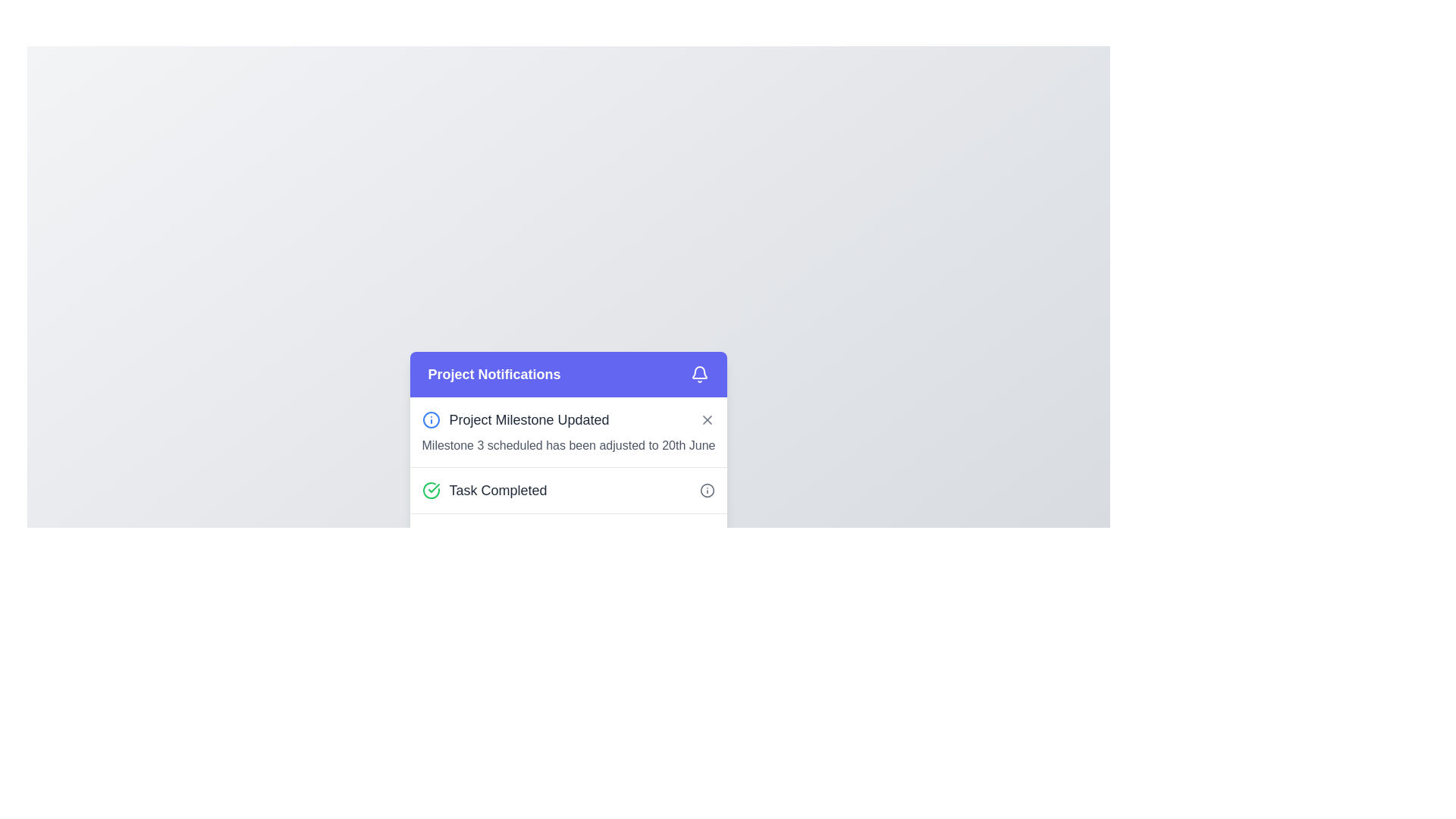  What do you see at coordinates (567, 490) in the screenshot?
I see `the notification indicating task completion located in the 'Project Notifications' panel, which is the second item in the list` at bounding box center [567, 490].